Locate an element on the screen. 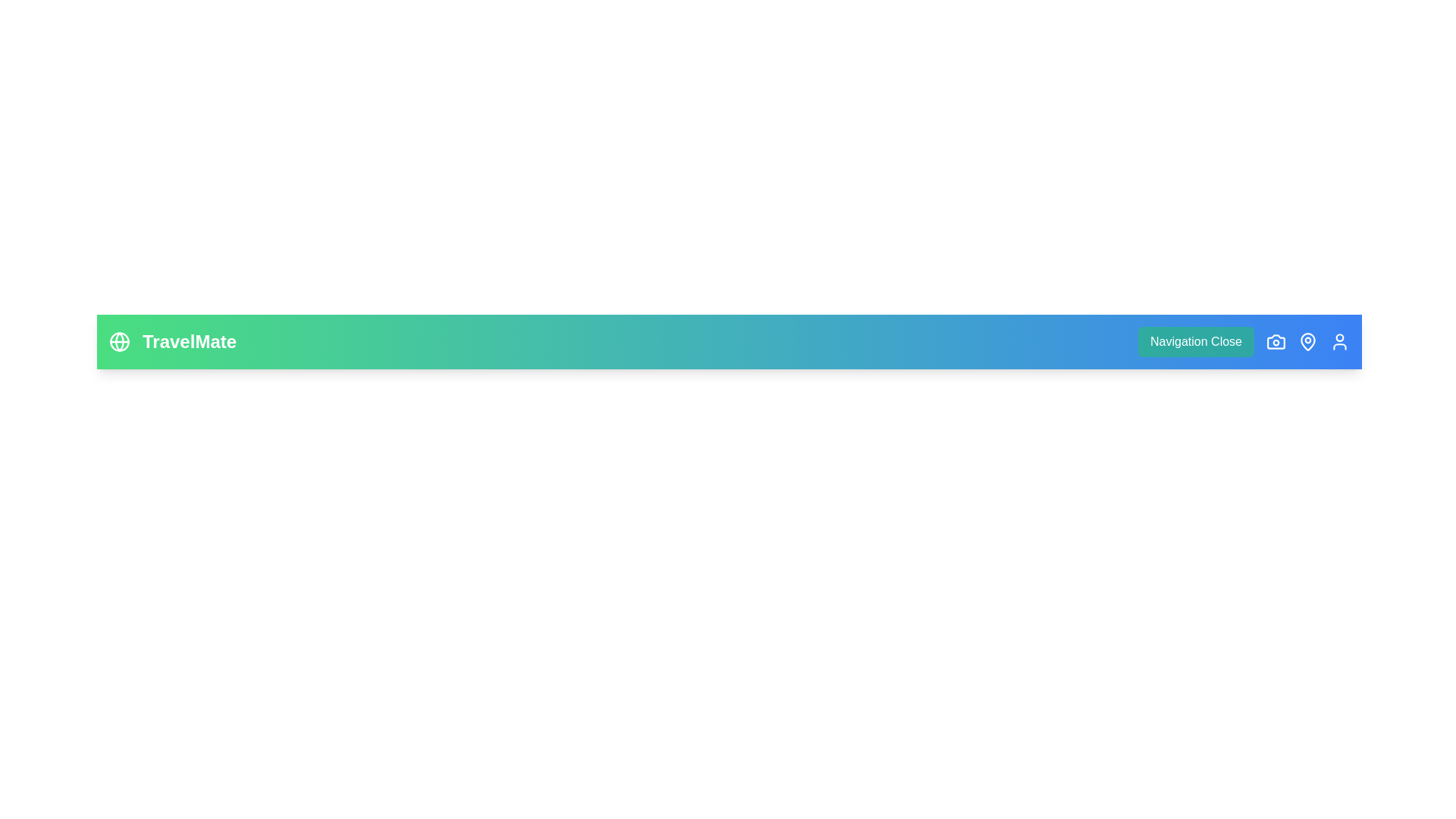  the user icon to open the user profile or account-related actions is located at coordinates (1339, 342).